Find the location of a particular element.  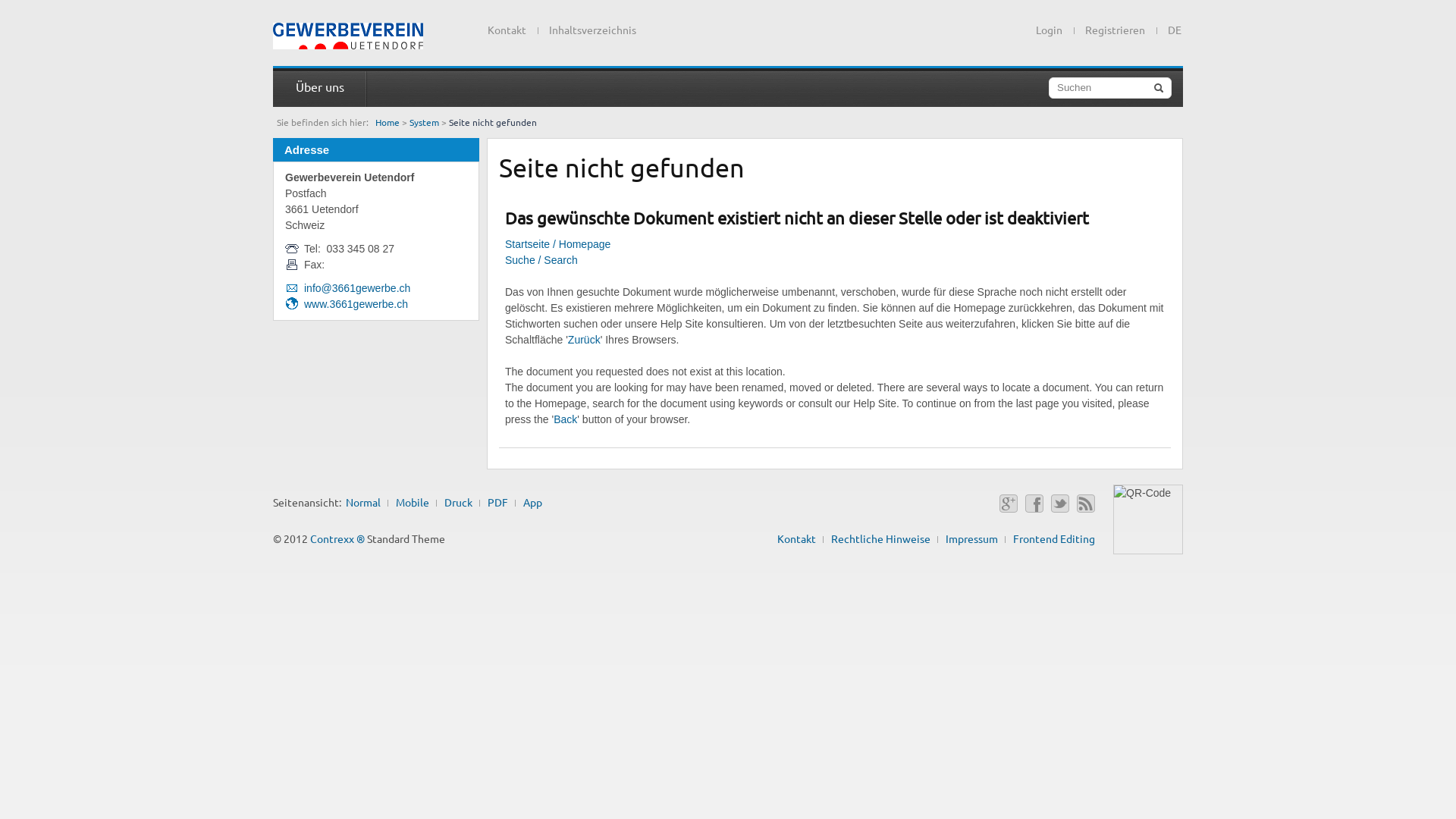

'Login' is located at coordinates (1048, 29).